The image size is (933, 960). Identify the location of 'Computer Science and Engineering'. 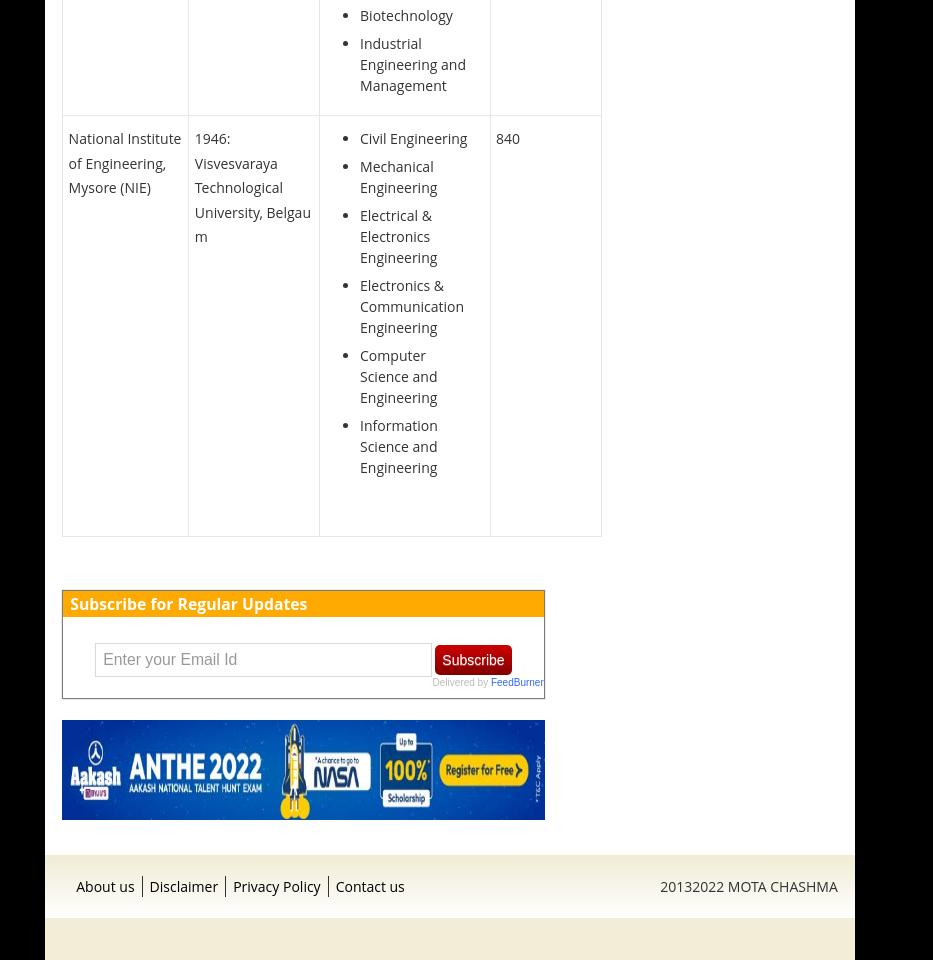
(398, 375).